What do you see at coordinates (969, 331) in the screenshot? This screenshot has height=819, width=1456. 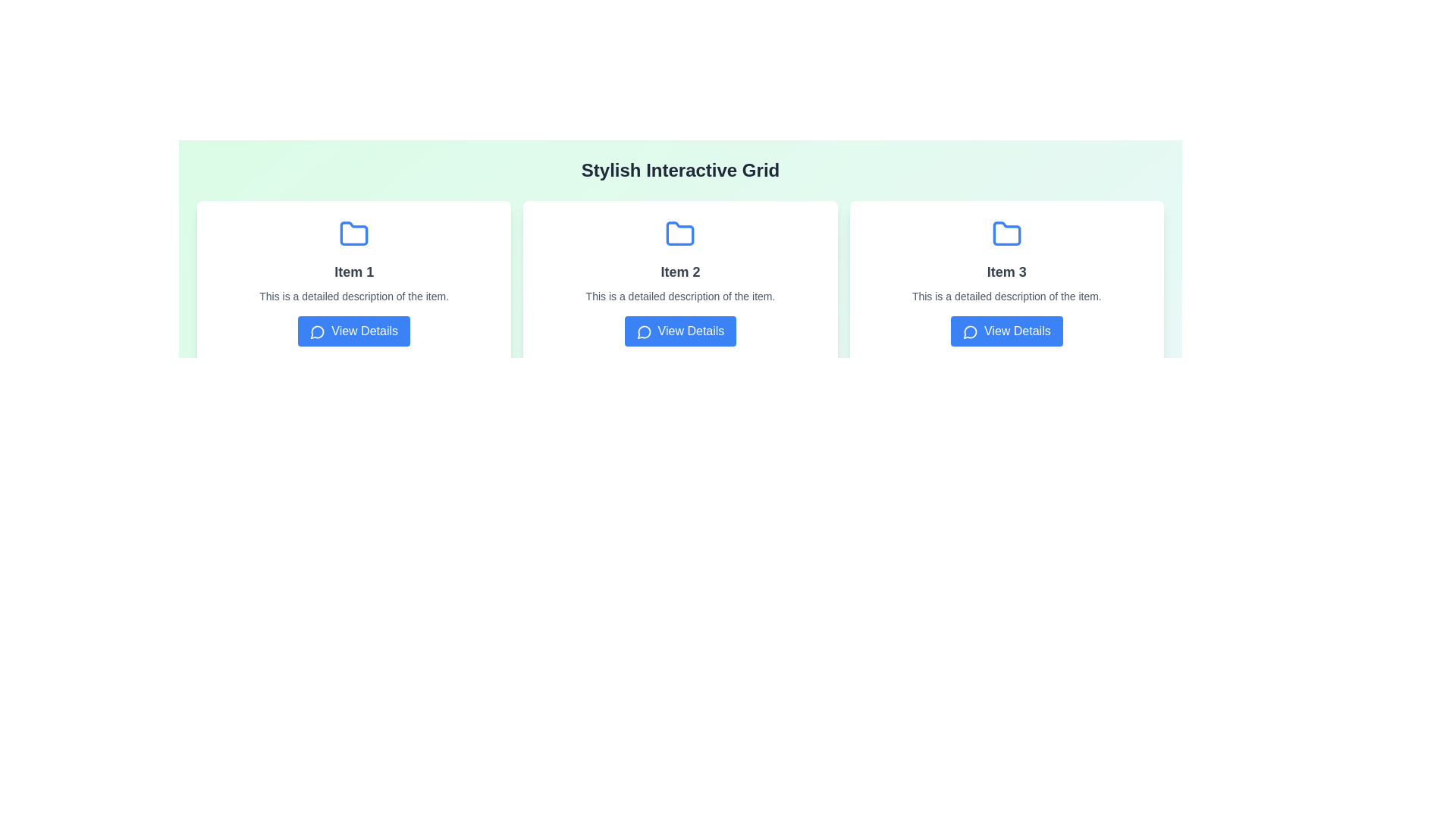 I see `the 'View Details' button which contains the icon for viewing detailed information, located in the third item of the three-item grid` at bounding box center [969, 331].